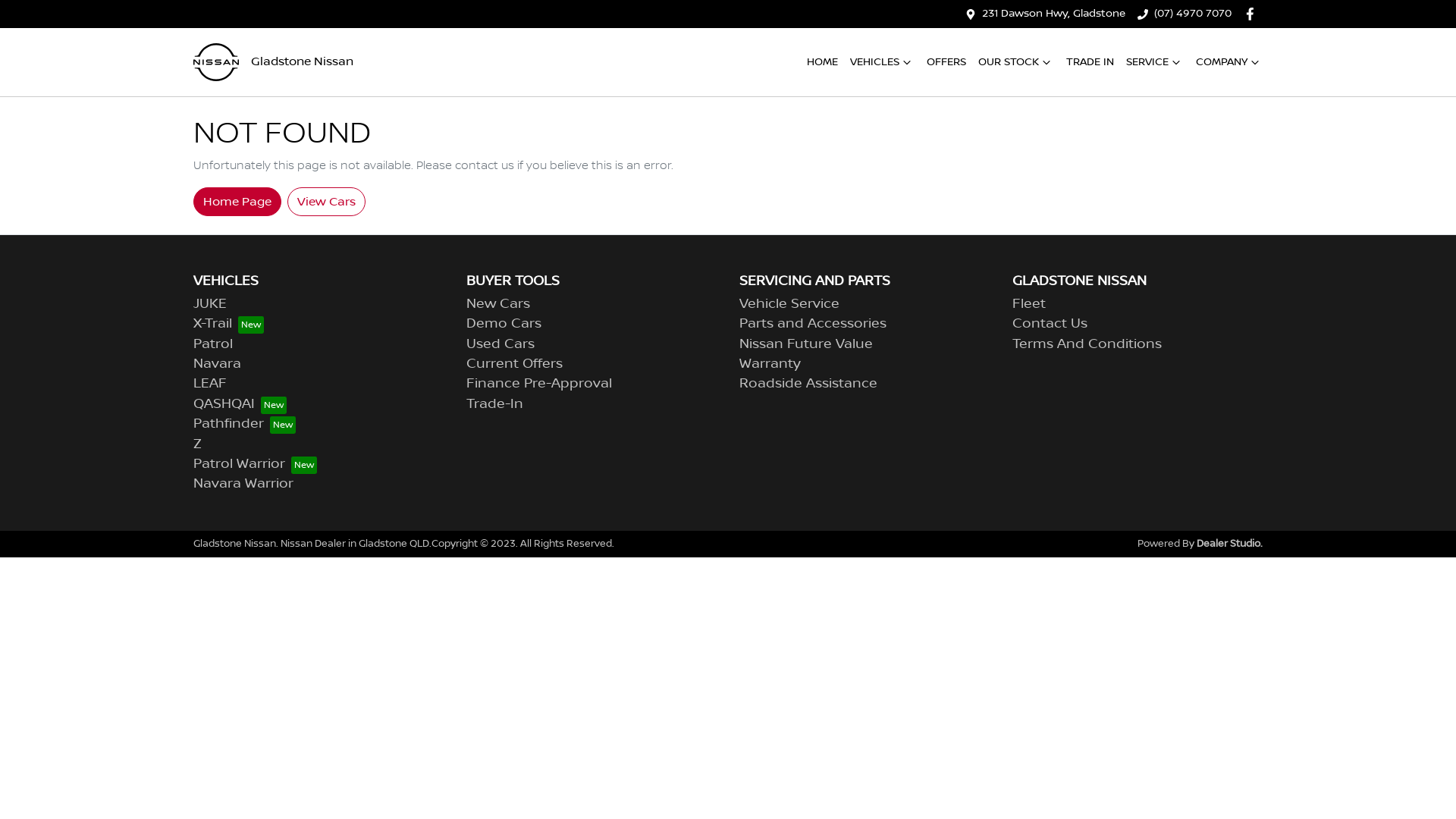 The height and width of the screenshot is (819, 1456). What do you see at coordinates (504, 323) in the screenshot?
I see `'Demo Cars'` at bounding box center [504, 323].